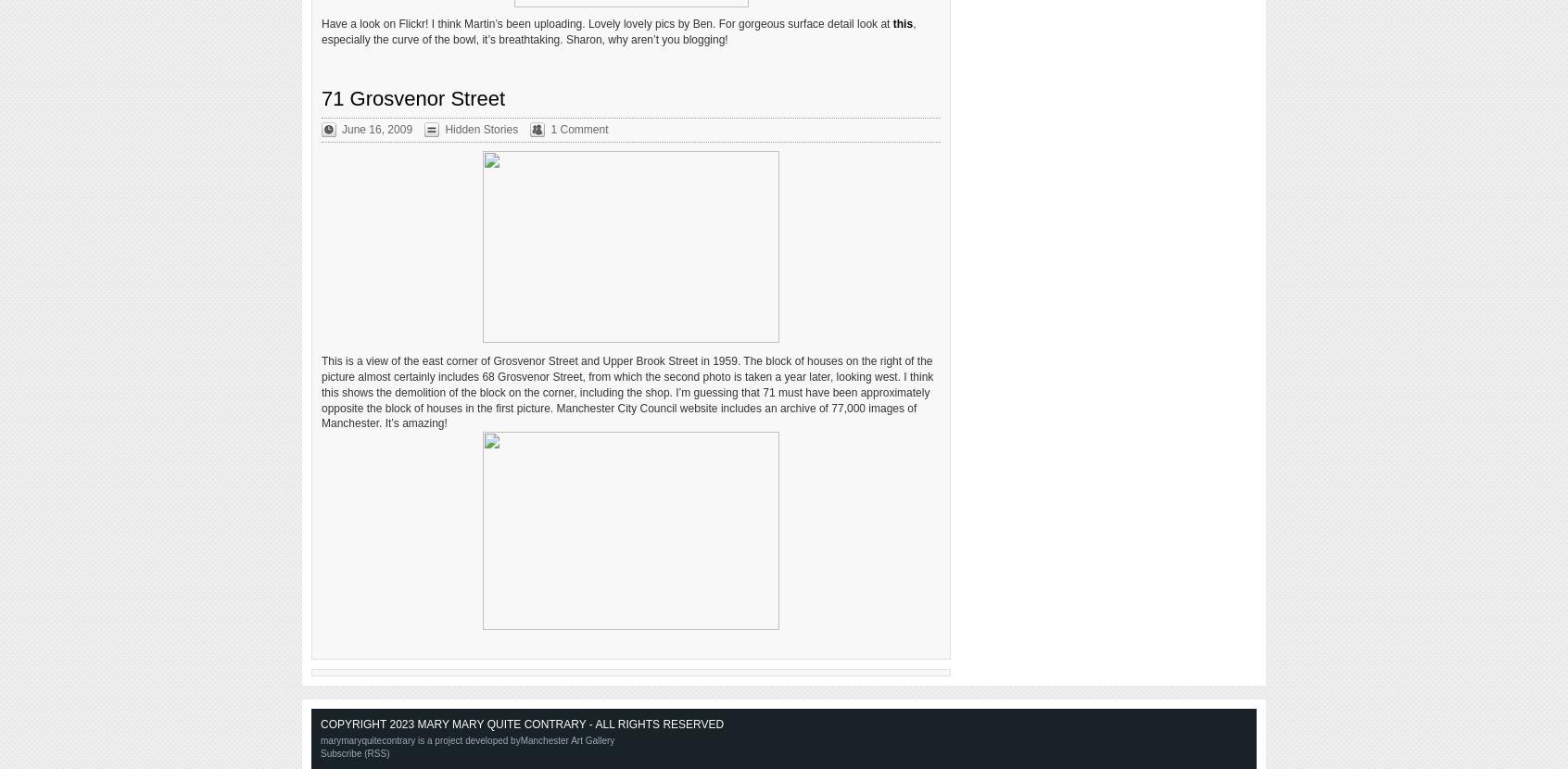 The height and width of the screenshot is (769, 1568). What do you see at coordinates (320, 752) in the screenshot?
I see `'Subscribe (RSS)'` at bounding box center [320, 752].